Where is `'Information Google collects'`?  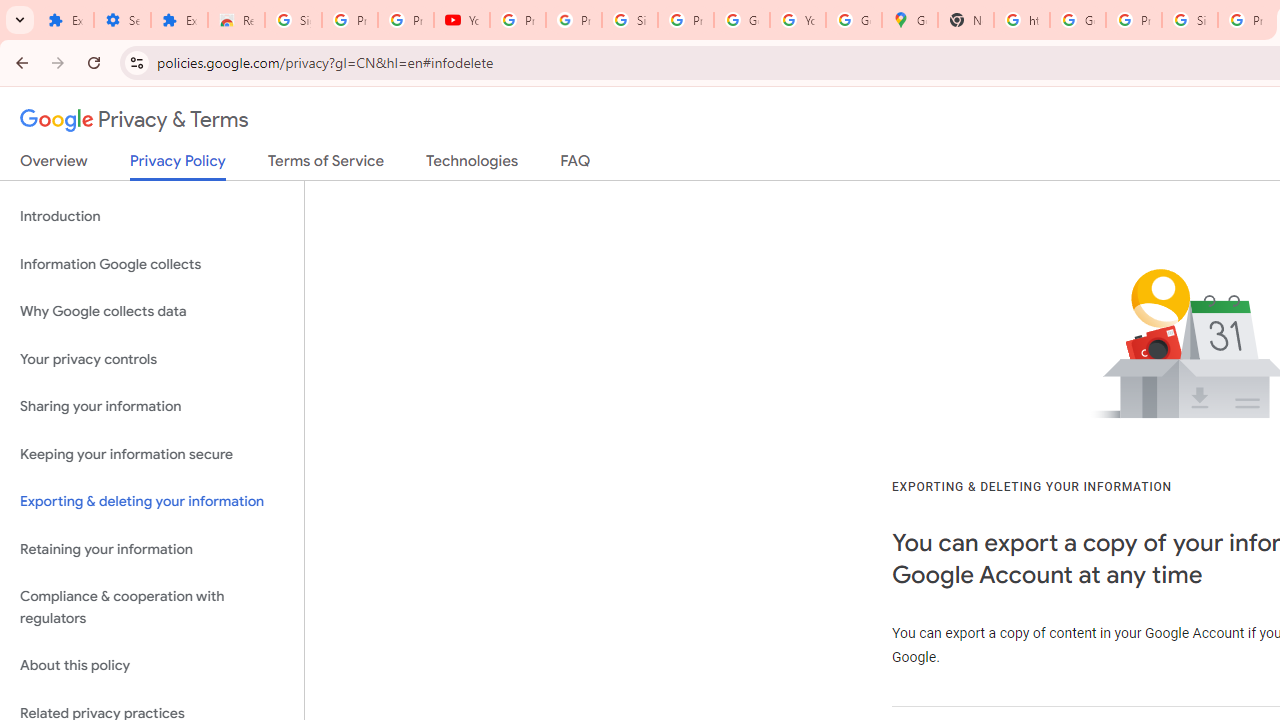
'Information Google collects' is located at coordinates (151, 263).